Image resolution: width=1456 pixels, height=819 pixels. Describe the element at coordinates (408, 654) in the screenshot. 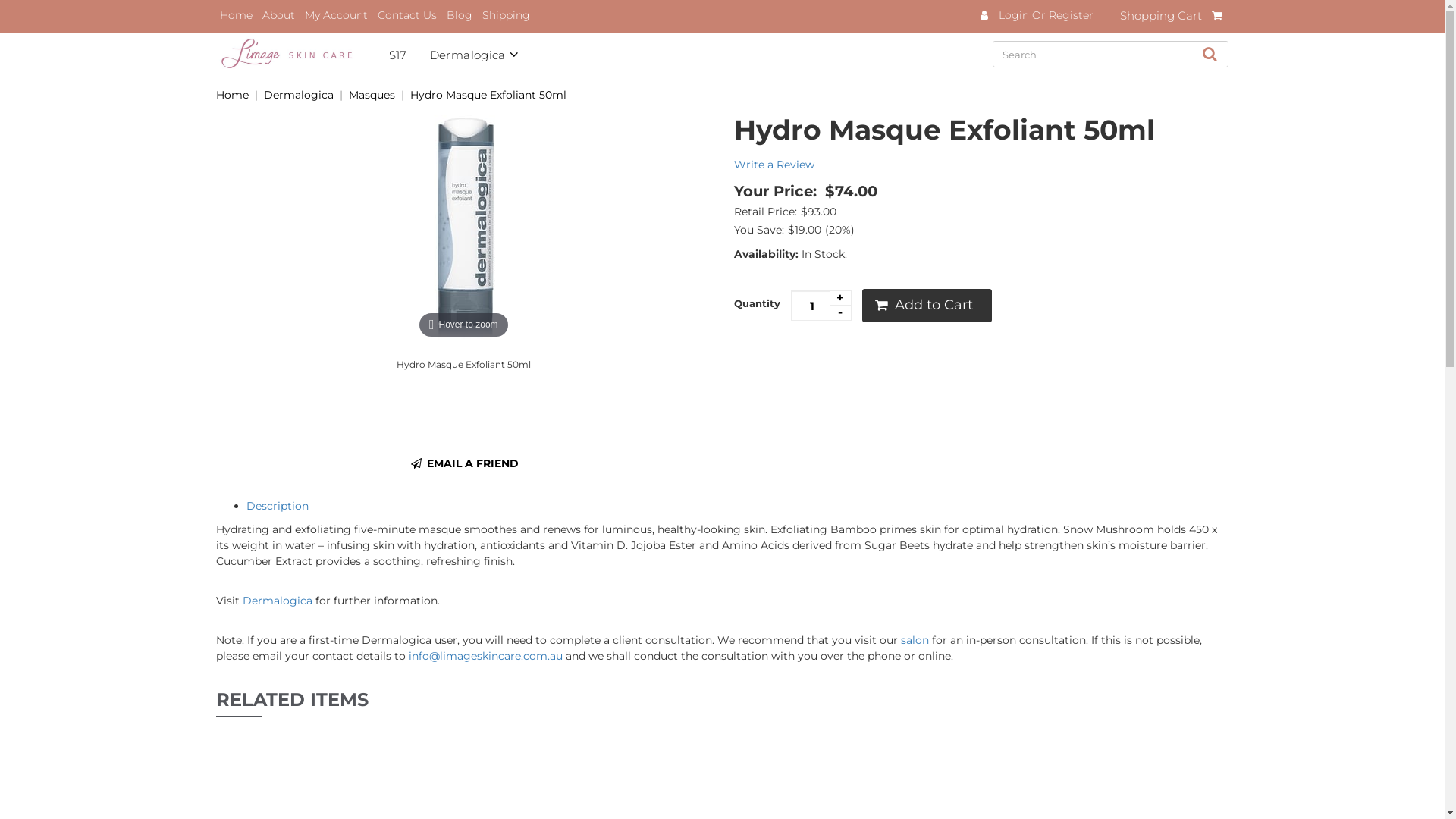

I see `'info@limageskincare.com.au'` at that location.